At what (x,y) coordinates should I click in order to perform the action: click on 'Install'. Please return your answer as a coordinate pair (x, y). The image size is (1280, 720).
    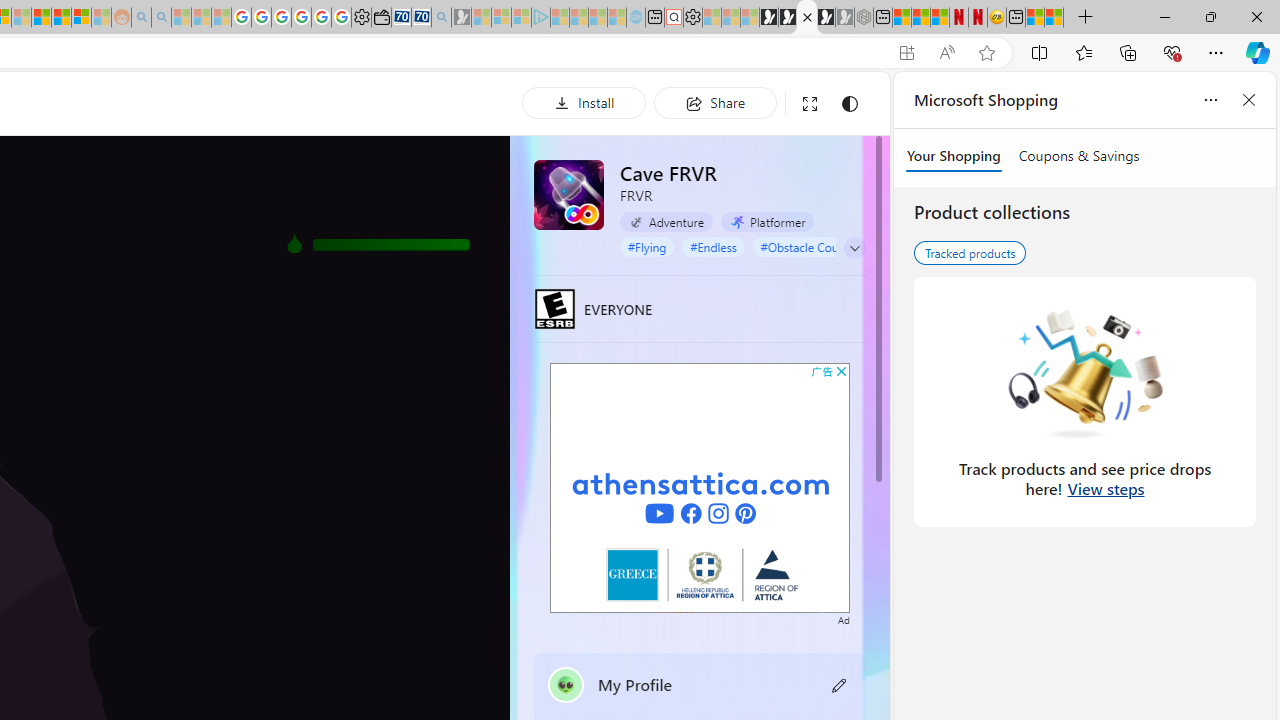
    Looking at the image, I should click on (583, 102).